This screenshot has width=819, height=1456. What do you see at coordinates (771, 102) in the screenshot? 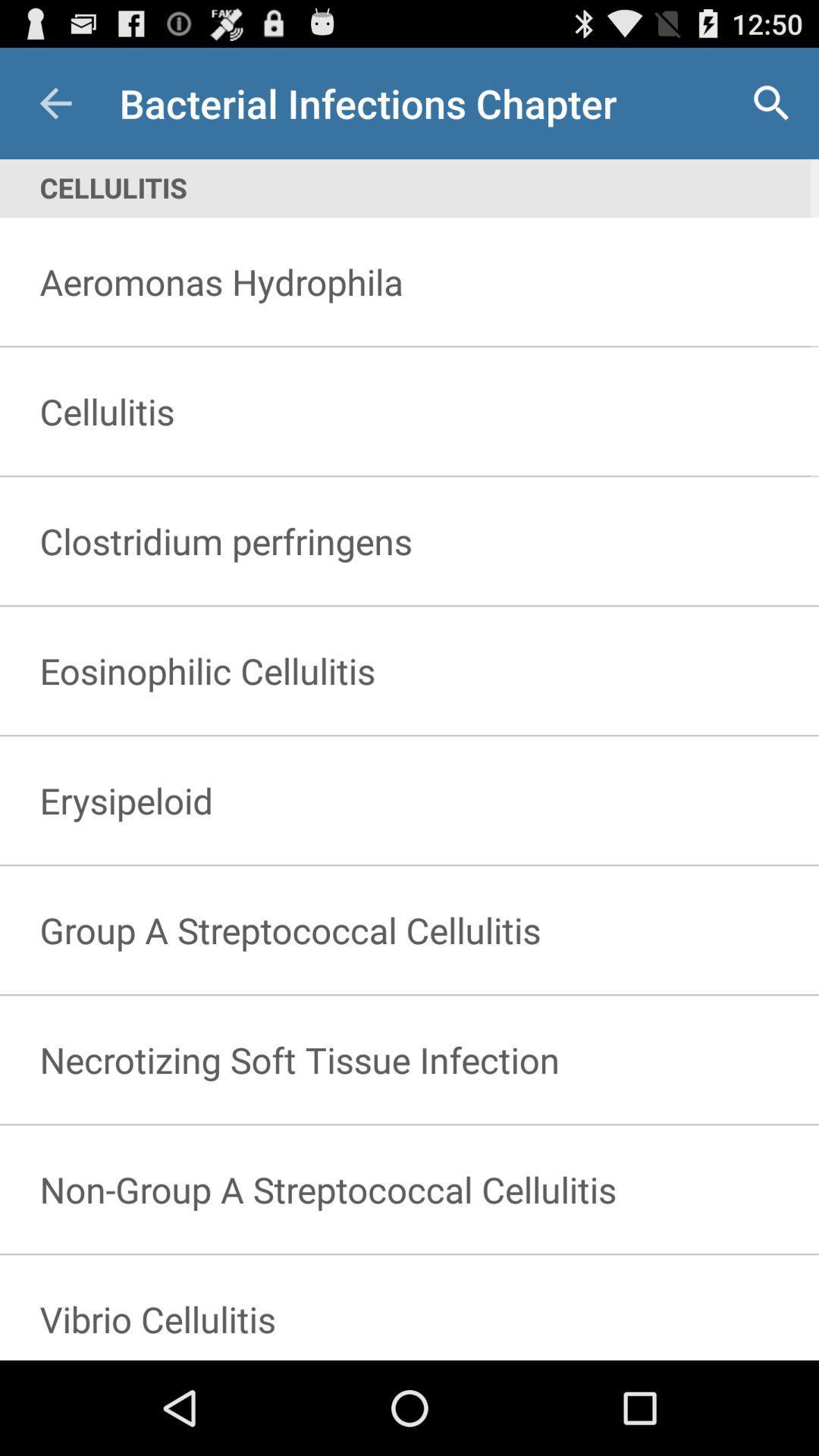
I see `the icon to the right of the bacterial infections chapter item` at bounding box center [771, 102].